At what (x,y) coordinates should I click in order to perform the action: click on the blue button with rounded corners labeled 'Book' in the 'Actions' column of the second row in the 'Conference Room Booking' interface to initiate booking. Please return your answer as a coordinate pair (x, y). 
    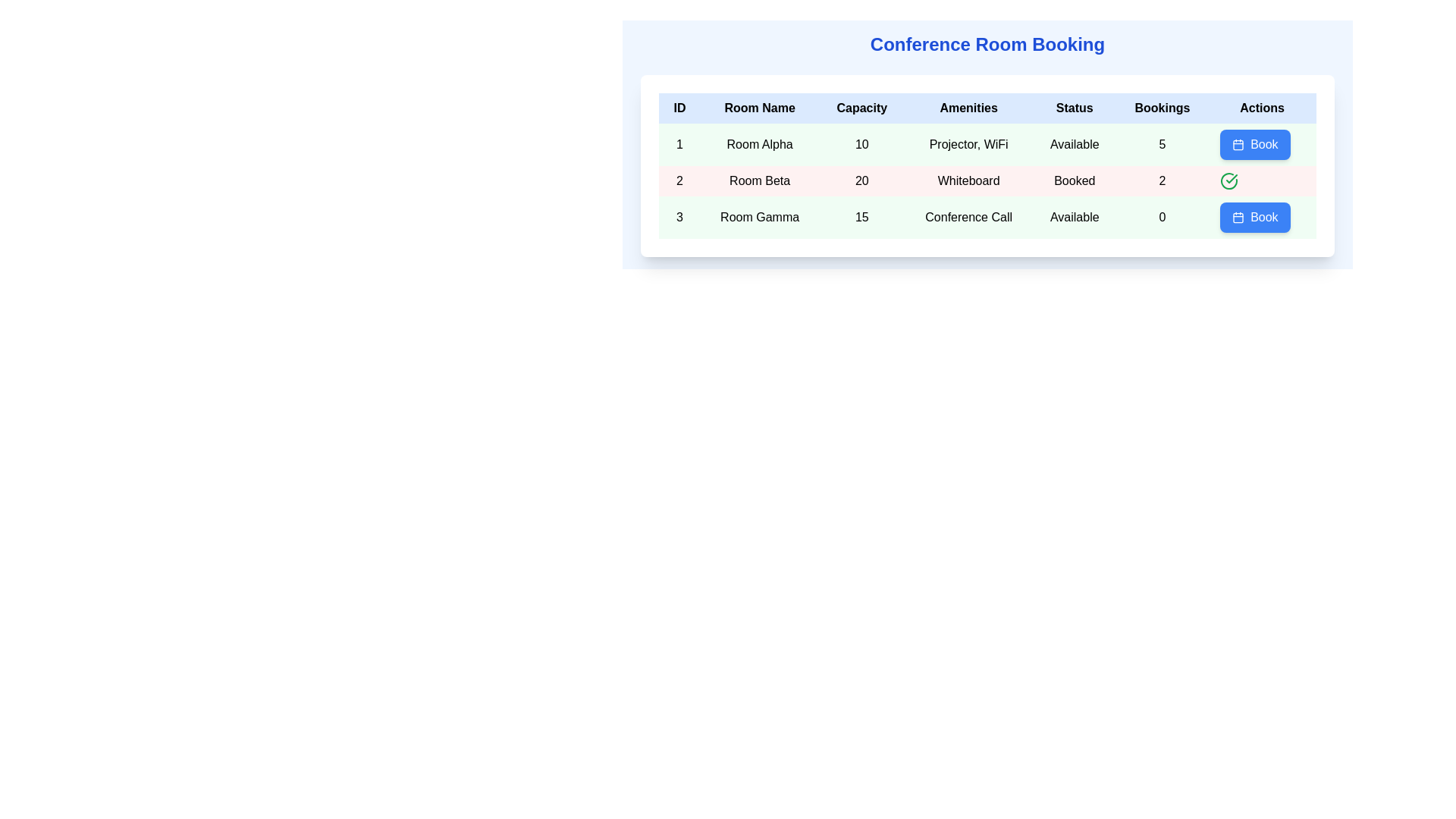
    Looking at the image, I should click on (1255, 145).